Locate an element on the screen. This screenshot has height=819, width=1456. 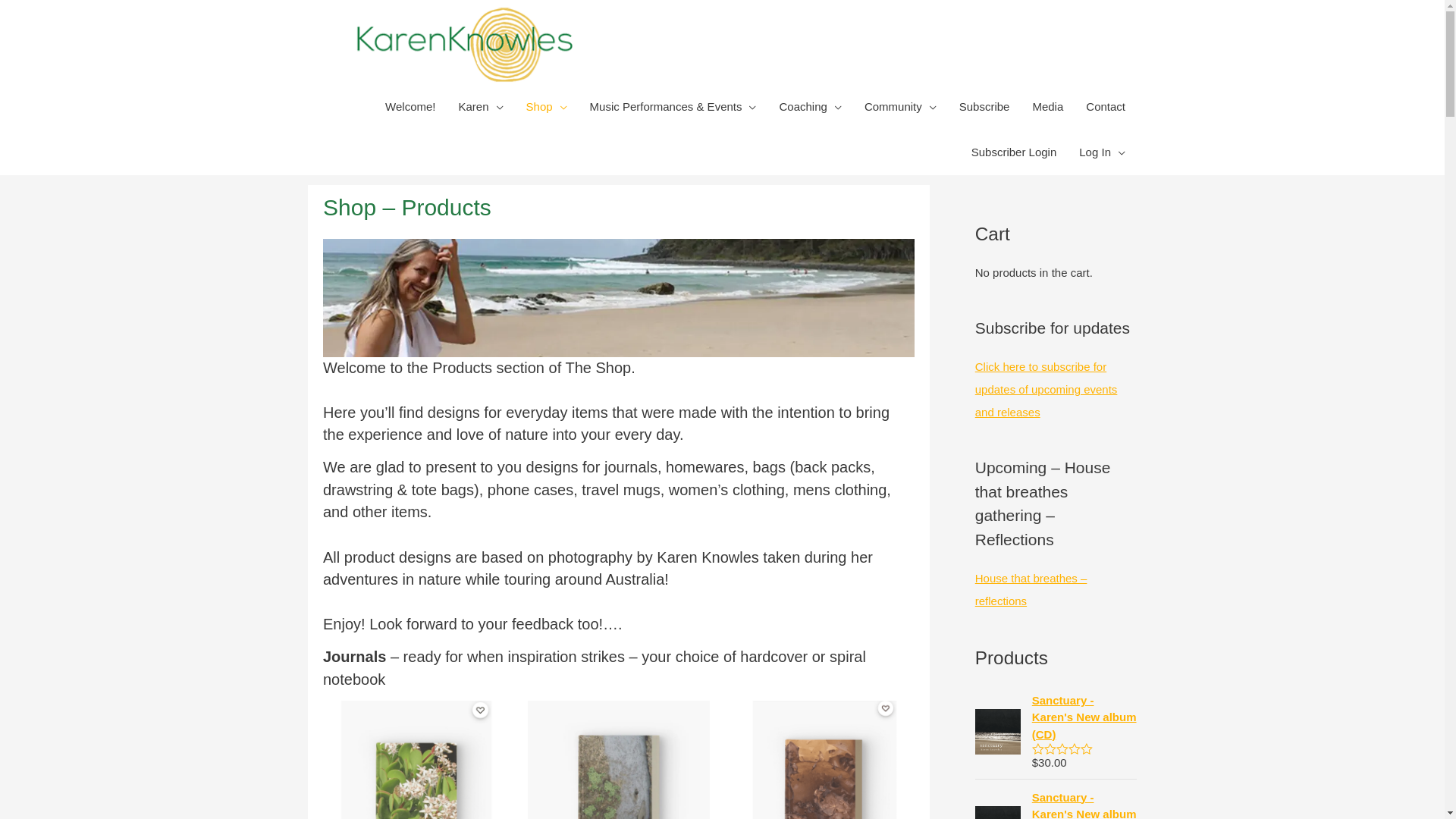
'Welcome!' is located at coordinates (410, 106).